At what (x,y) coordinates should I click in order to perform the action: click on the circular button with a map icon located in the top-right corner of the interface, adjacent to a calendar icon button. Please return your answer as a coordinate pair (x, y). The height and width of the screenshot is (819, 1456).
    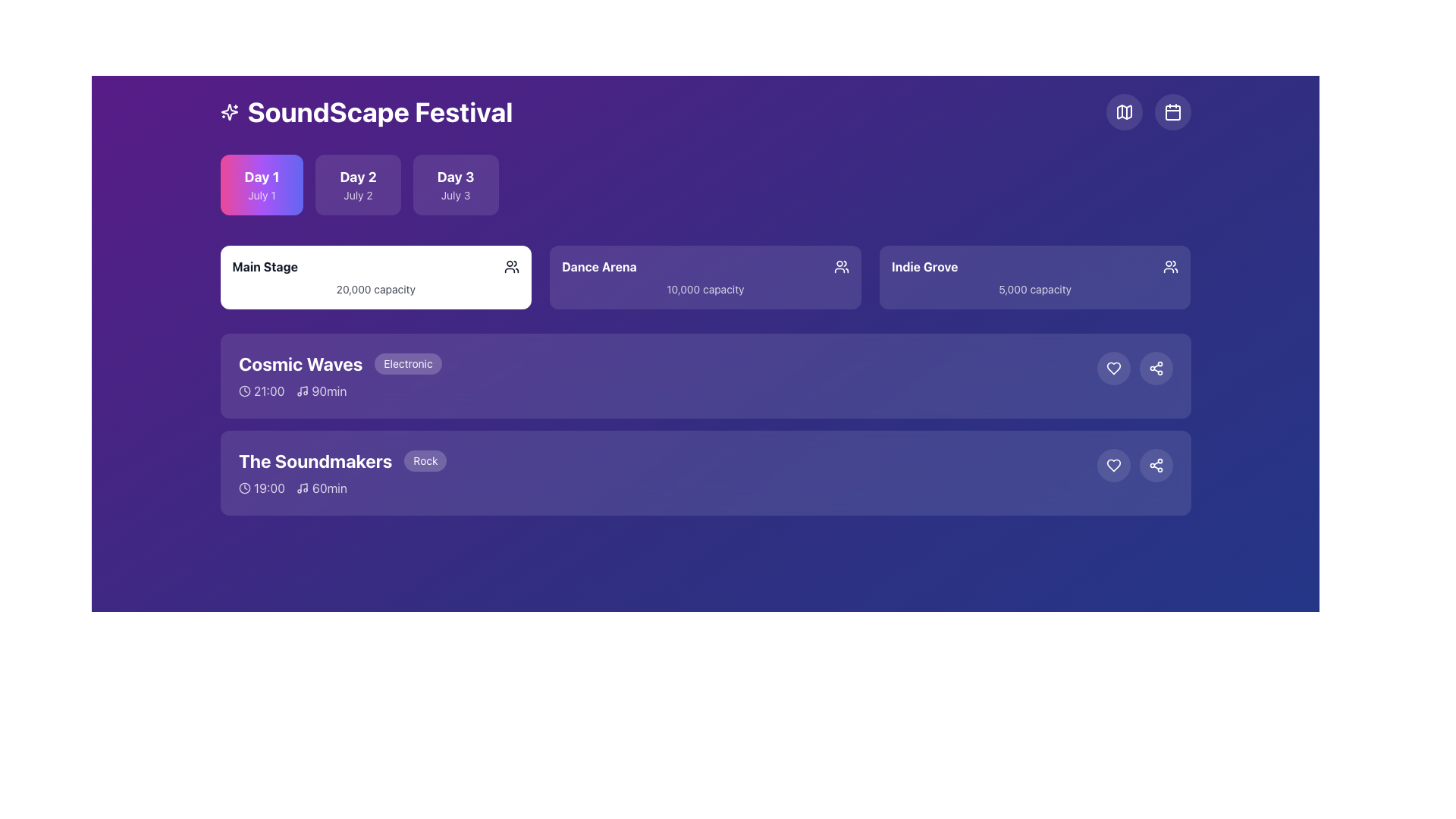
    Looking at the image, I should click on (1124, 111).